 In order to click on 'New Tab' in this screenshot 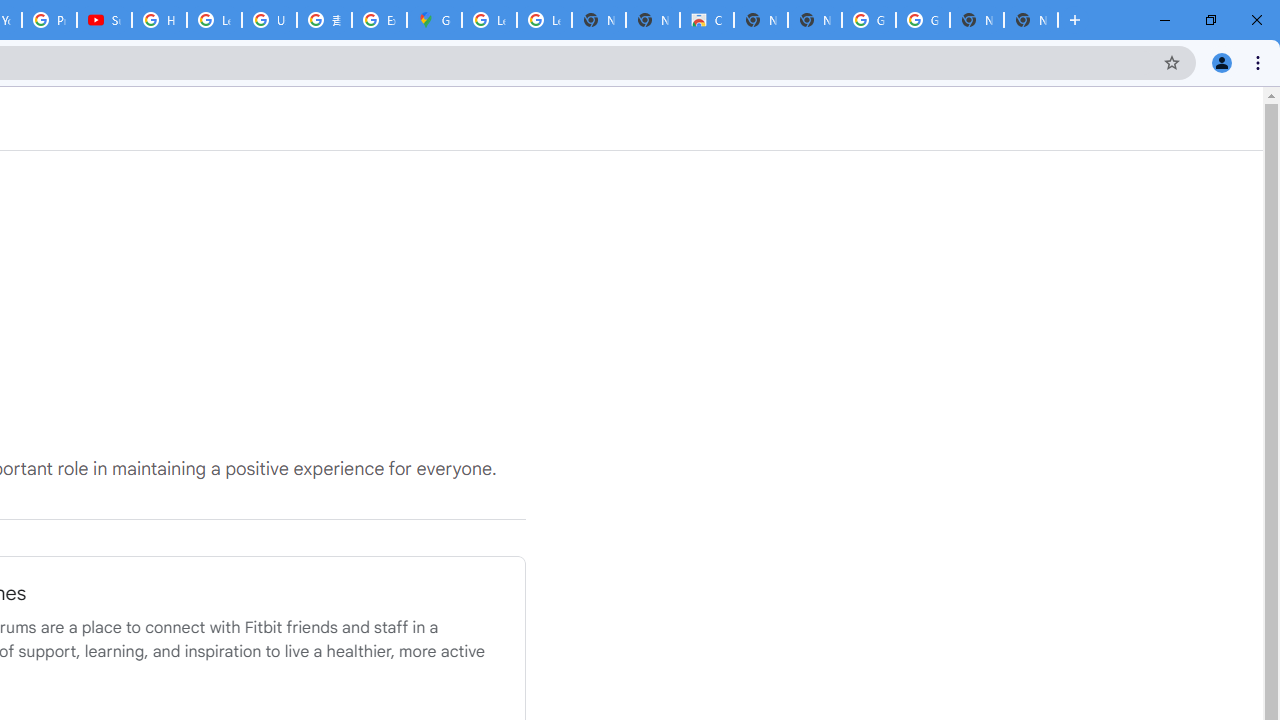, I will do `click(1031, 20)`.